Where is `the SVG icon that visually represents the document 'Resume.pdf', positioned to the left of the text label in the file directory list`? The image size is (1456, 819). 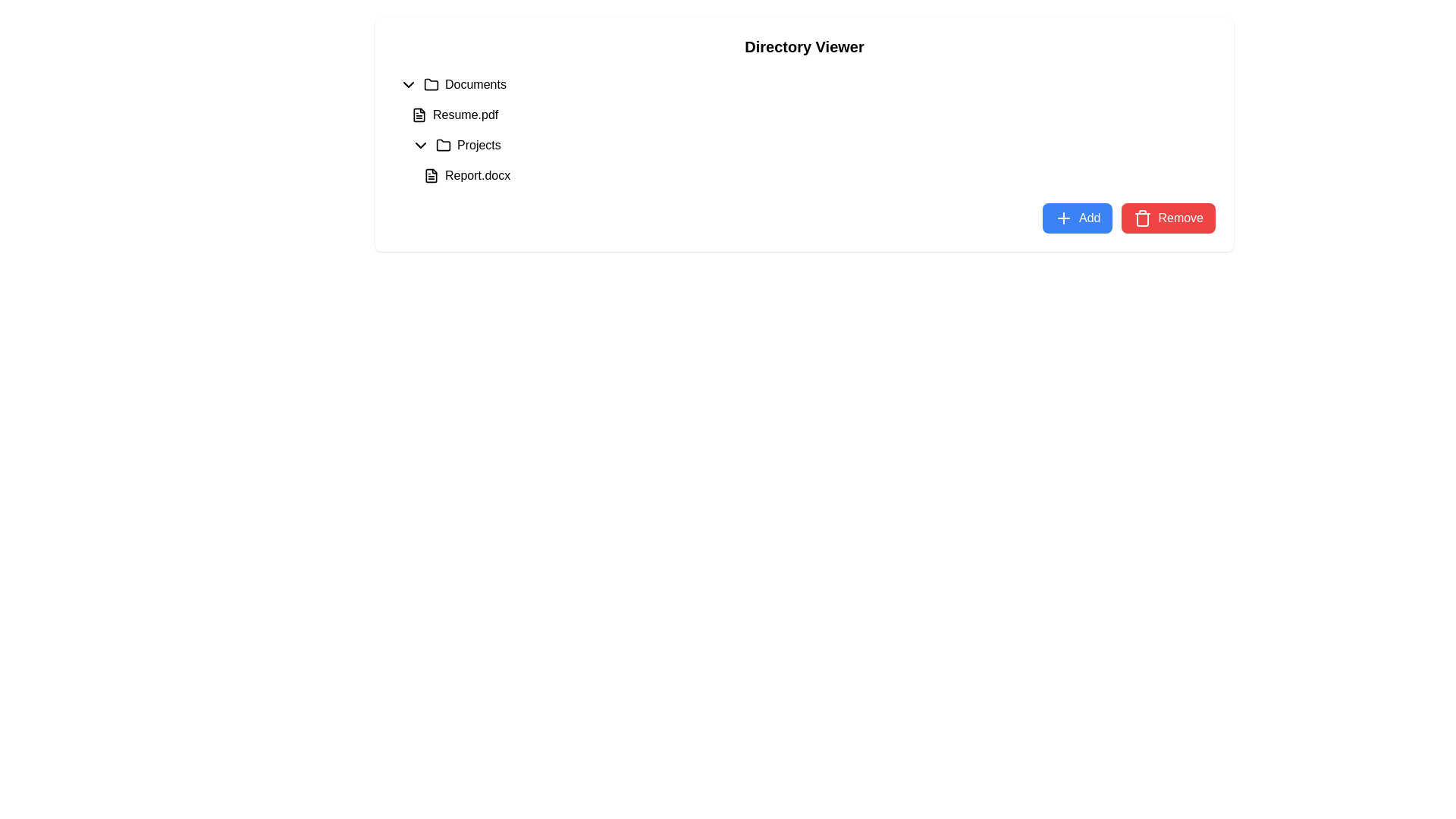 the SVG icon that visually represents the document 'Resume.pdf', positioned to the left of the text label in the file directory list is located at coordinates (419, 114).